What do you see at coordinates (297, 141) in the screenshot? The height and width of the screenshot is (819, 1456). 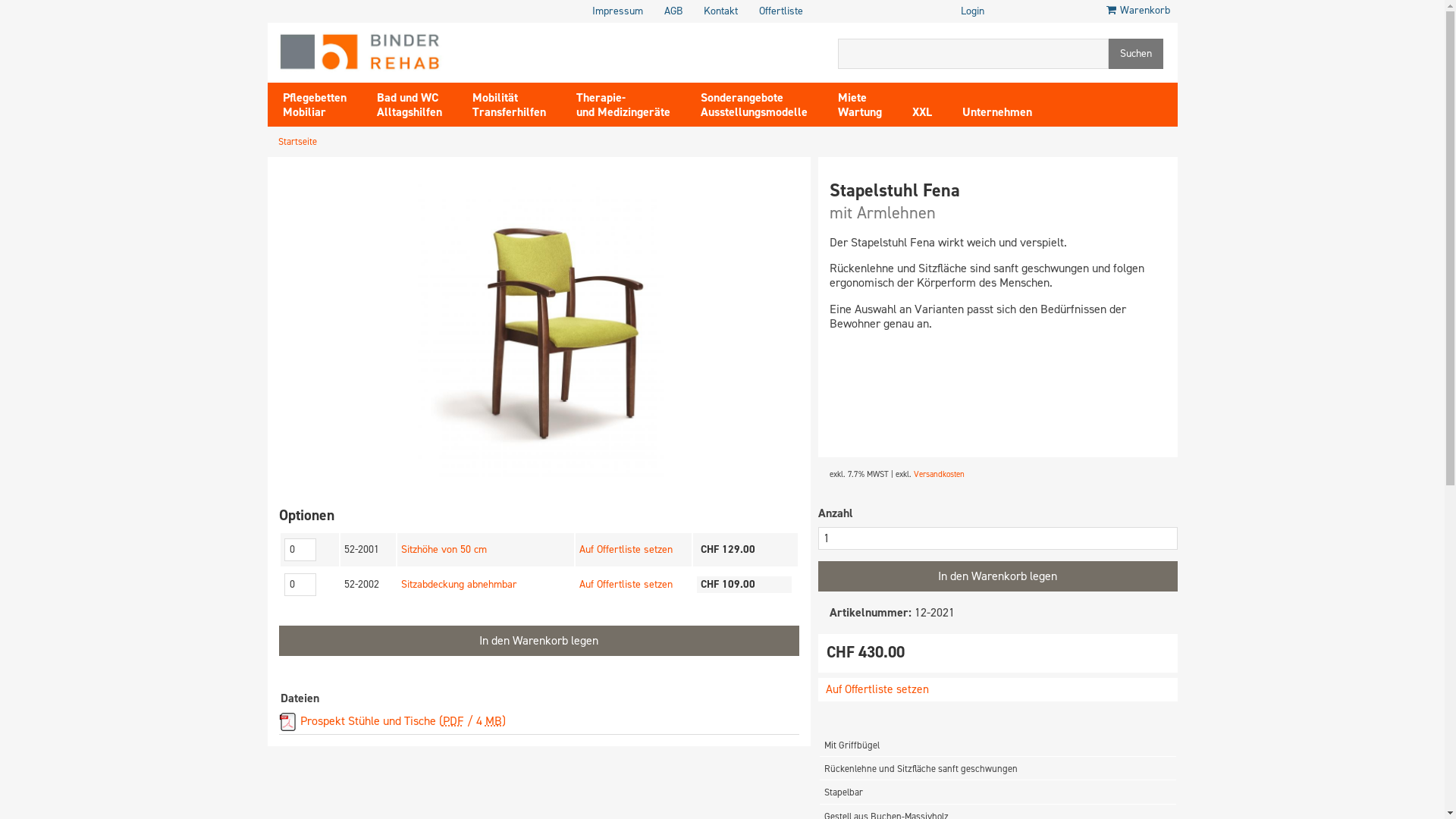 I see `'Startseite'` at bounding box center [297, 141].